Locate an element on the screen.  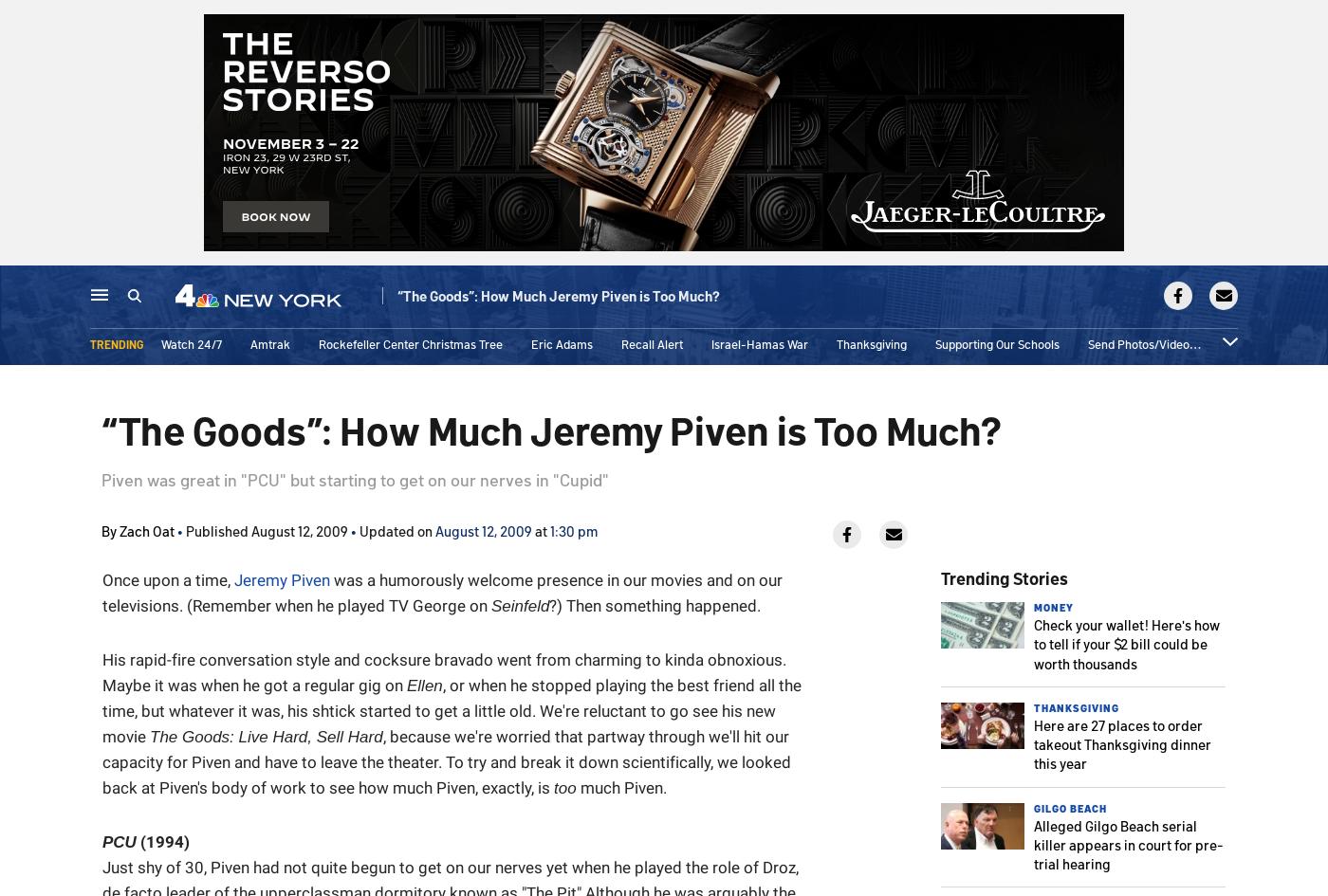
'PCU' is located at coordinates (119, 841).